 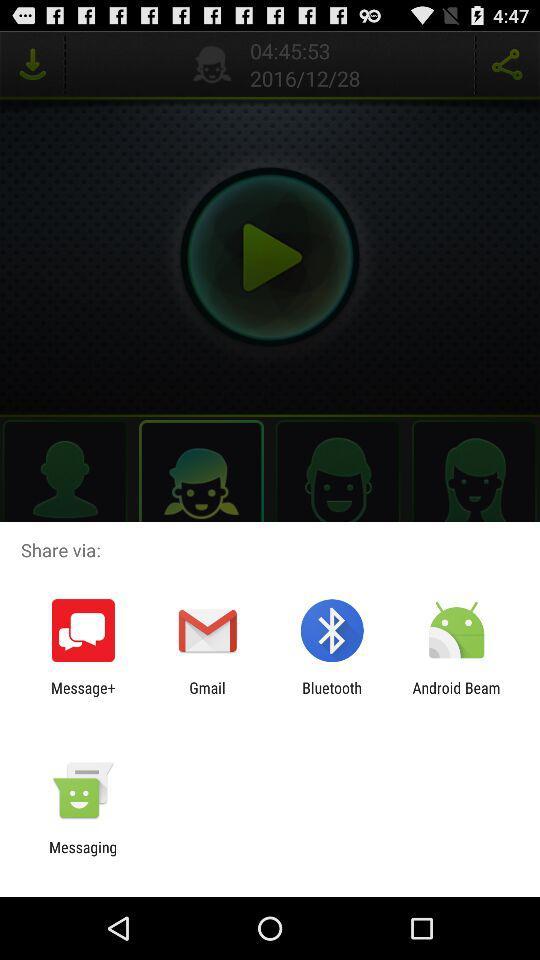 I want to click on gmail icon, so click(x=206, y=696).